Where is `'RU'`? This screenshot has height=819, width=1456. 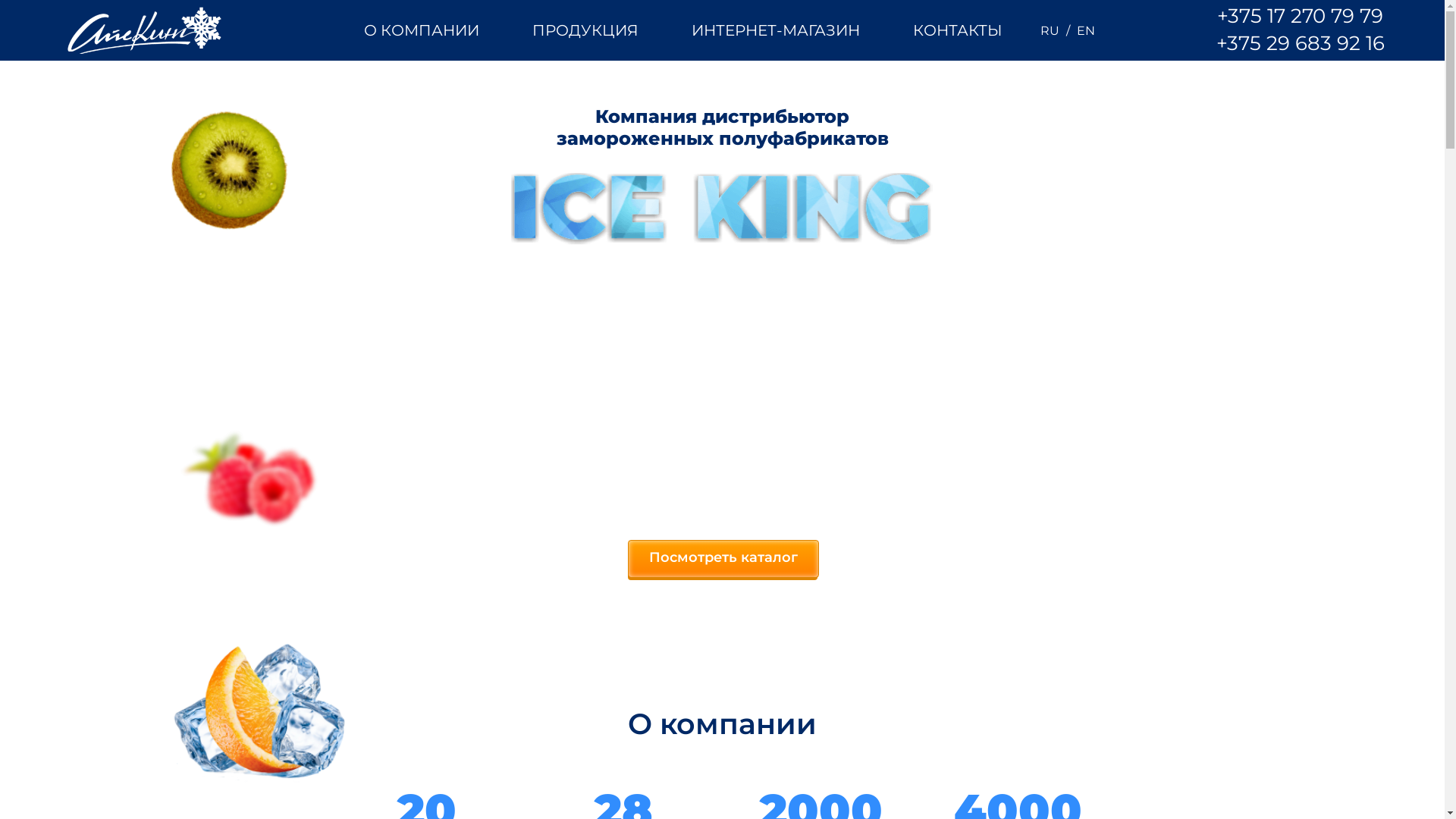 'RU' is located at coordinates (1049, 30).